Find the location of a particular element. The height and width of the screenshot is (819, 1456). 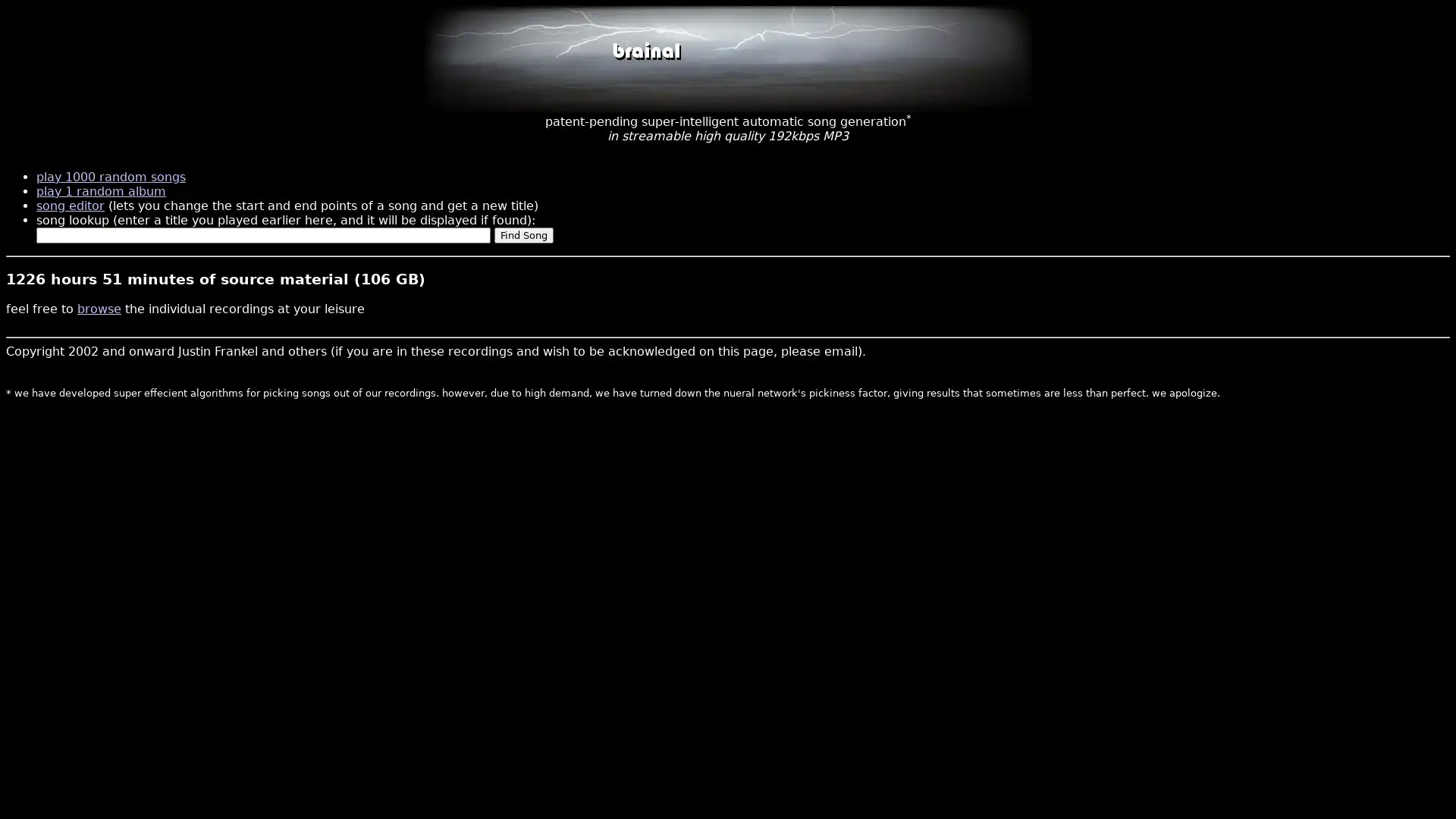

Find Song is located at coordinates (524, 235).